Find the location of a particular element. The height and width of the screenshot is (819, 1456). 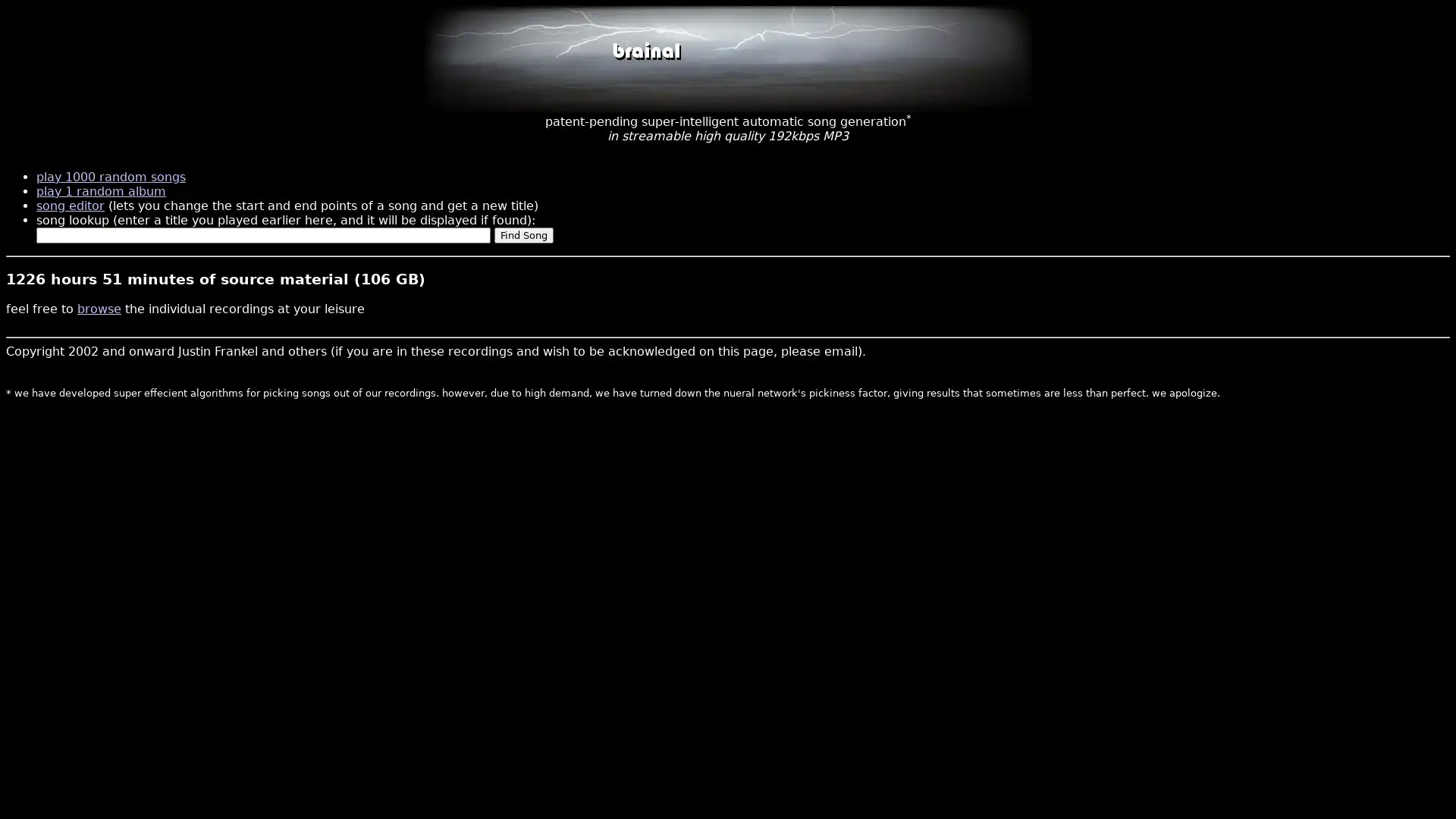

Find Song is located at coordinates (524, 235).